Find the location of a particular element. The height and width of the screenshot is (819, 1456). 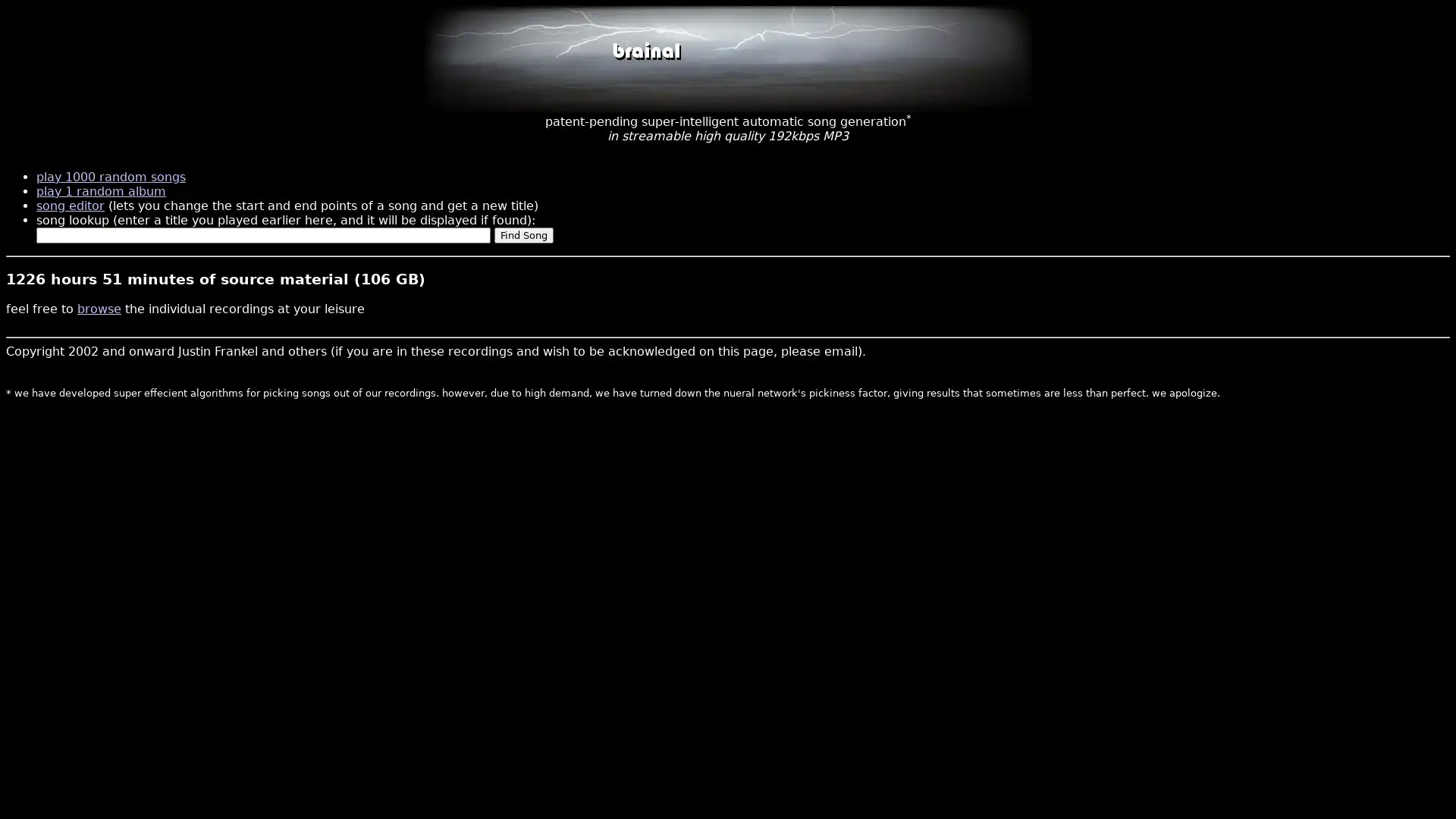

Find Song is located at coordinates (524, 235).